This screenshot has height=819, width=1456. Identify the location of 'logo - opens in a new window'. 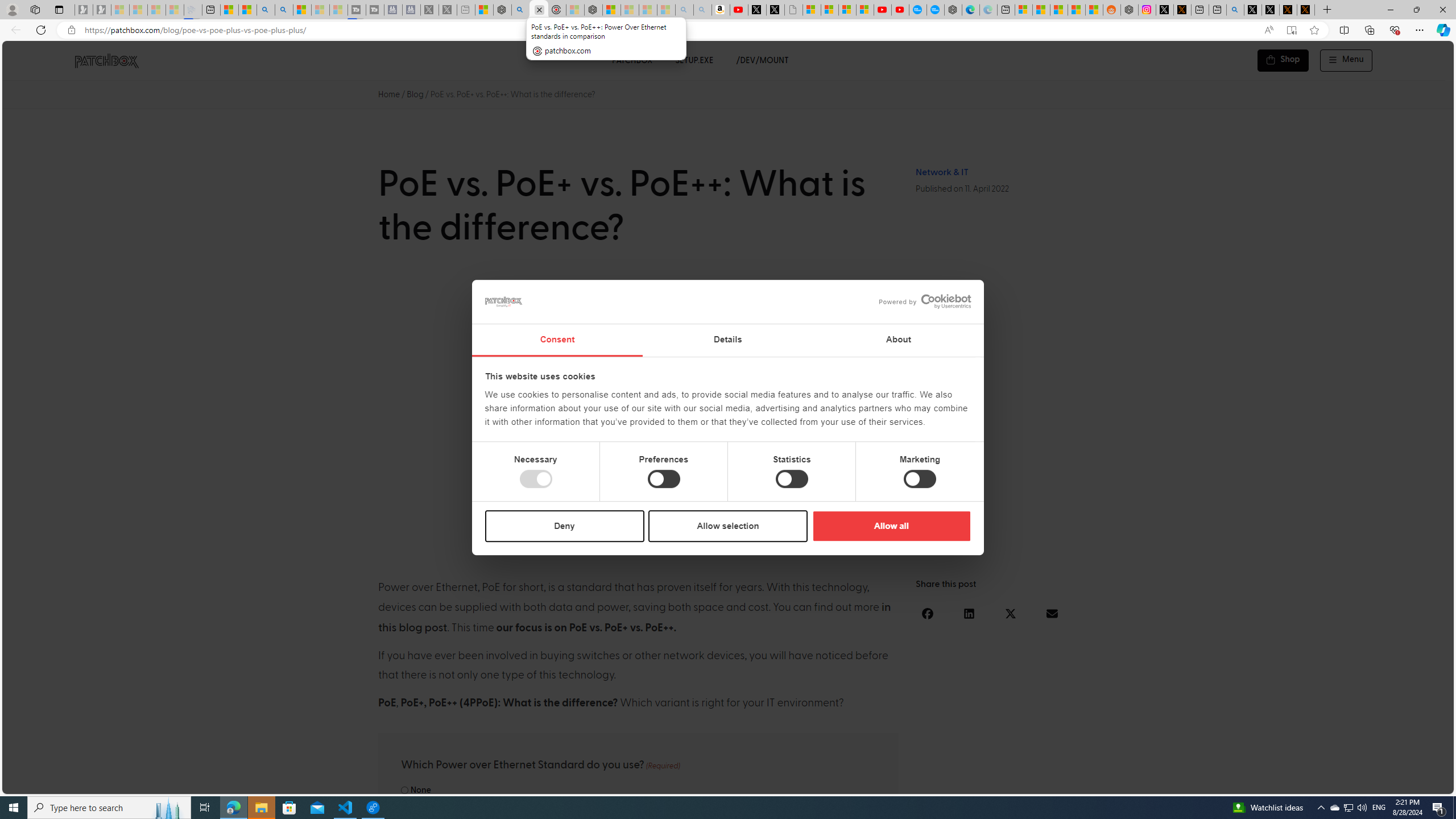
(920, 301).